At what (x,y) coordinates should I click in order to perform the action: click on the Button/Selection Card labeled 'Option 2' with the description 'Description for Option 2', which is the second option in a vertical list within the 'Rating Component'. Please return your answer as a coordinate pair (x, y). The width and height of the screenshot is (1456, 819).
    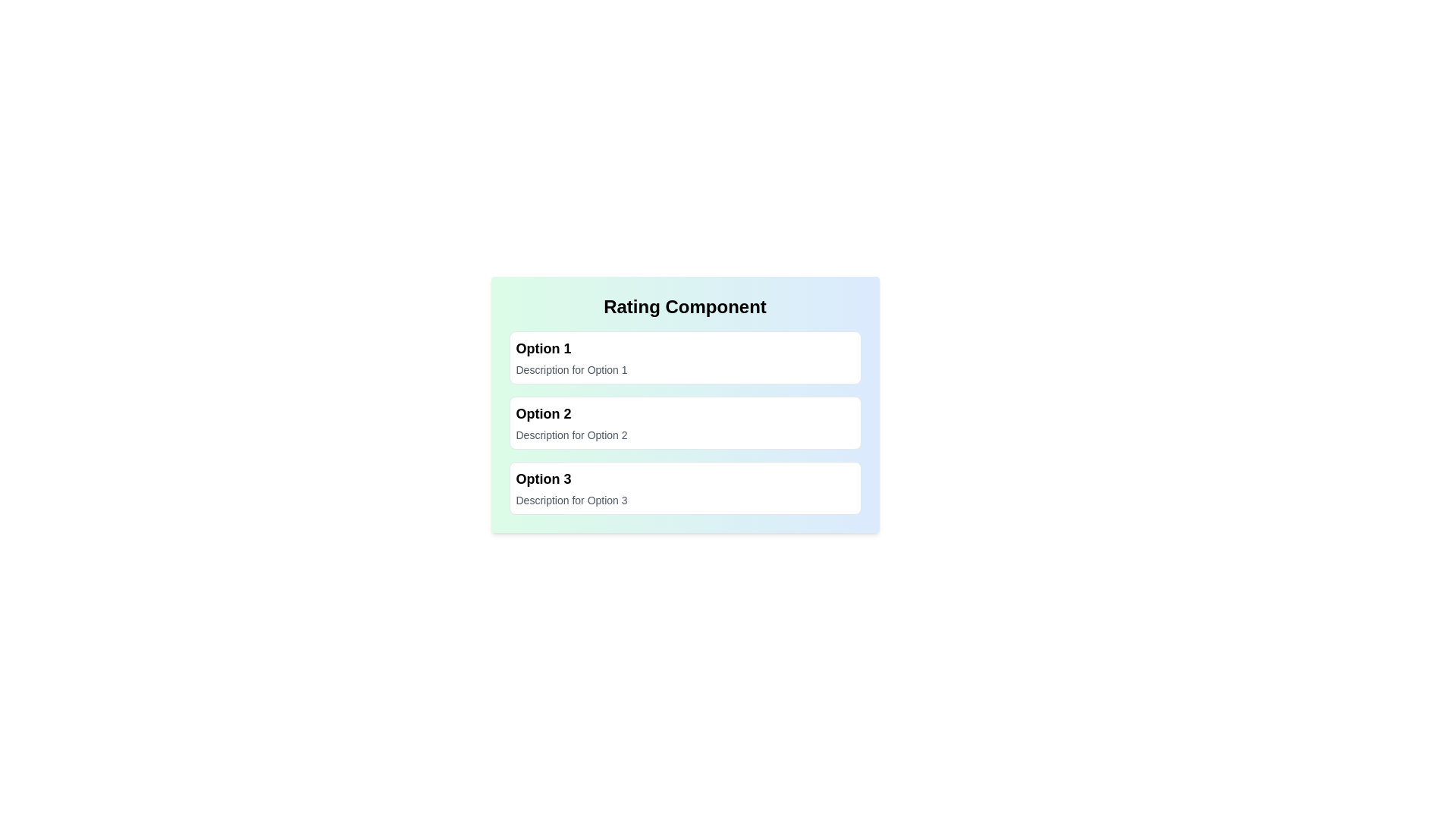
    Looking at the image, I should click on (684, 423).